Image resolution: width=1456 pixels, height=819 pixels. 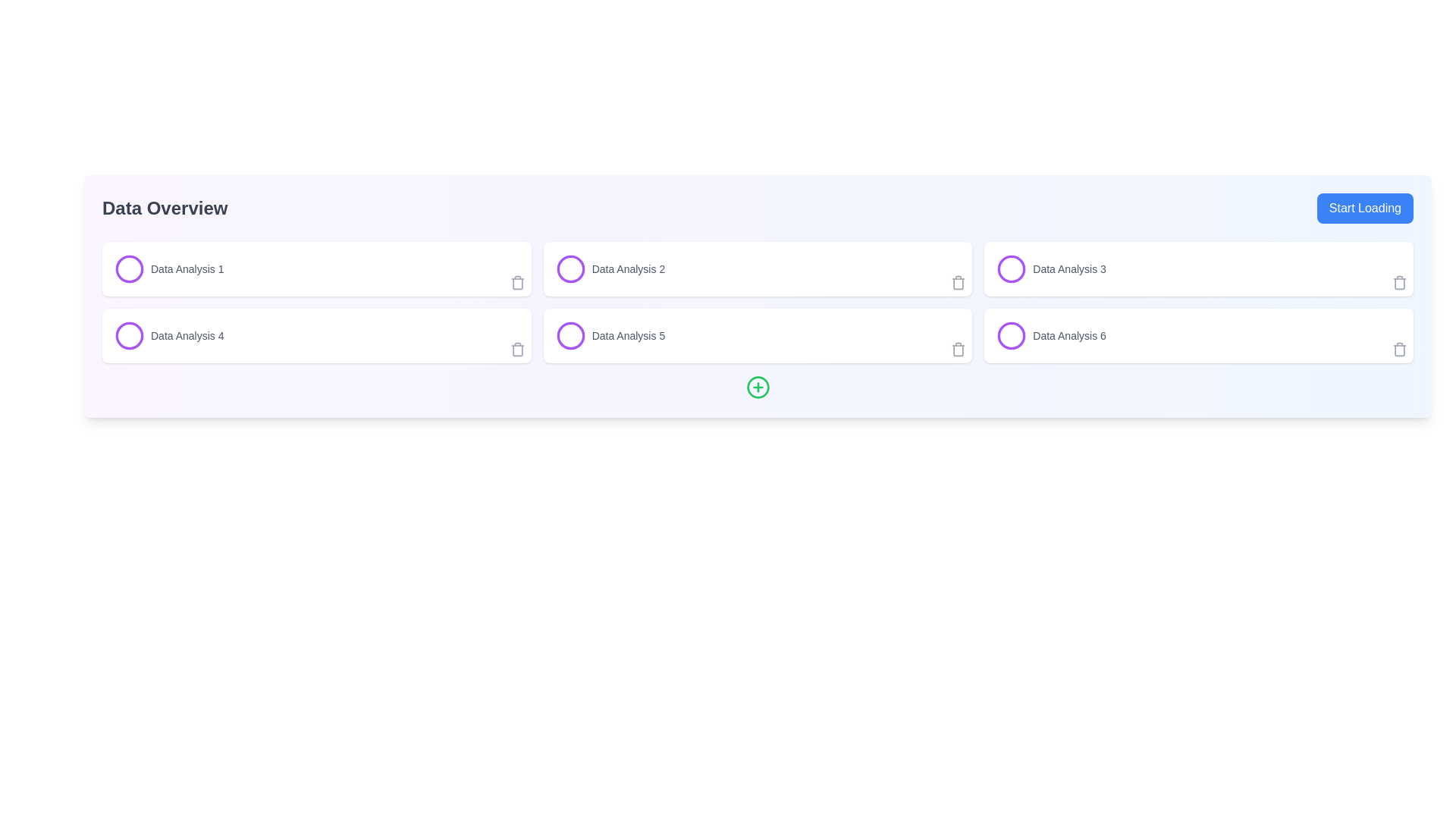 What do you see at coordinates (1068, 335) in the screenshot?
I see `the text label displaying 'Data Analysis 6', which is located in the lower-right section of the interface, right next to a circular icon with a purple outline` at bounding box center [1068, 335].